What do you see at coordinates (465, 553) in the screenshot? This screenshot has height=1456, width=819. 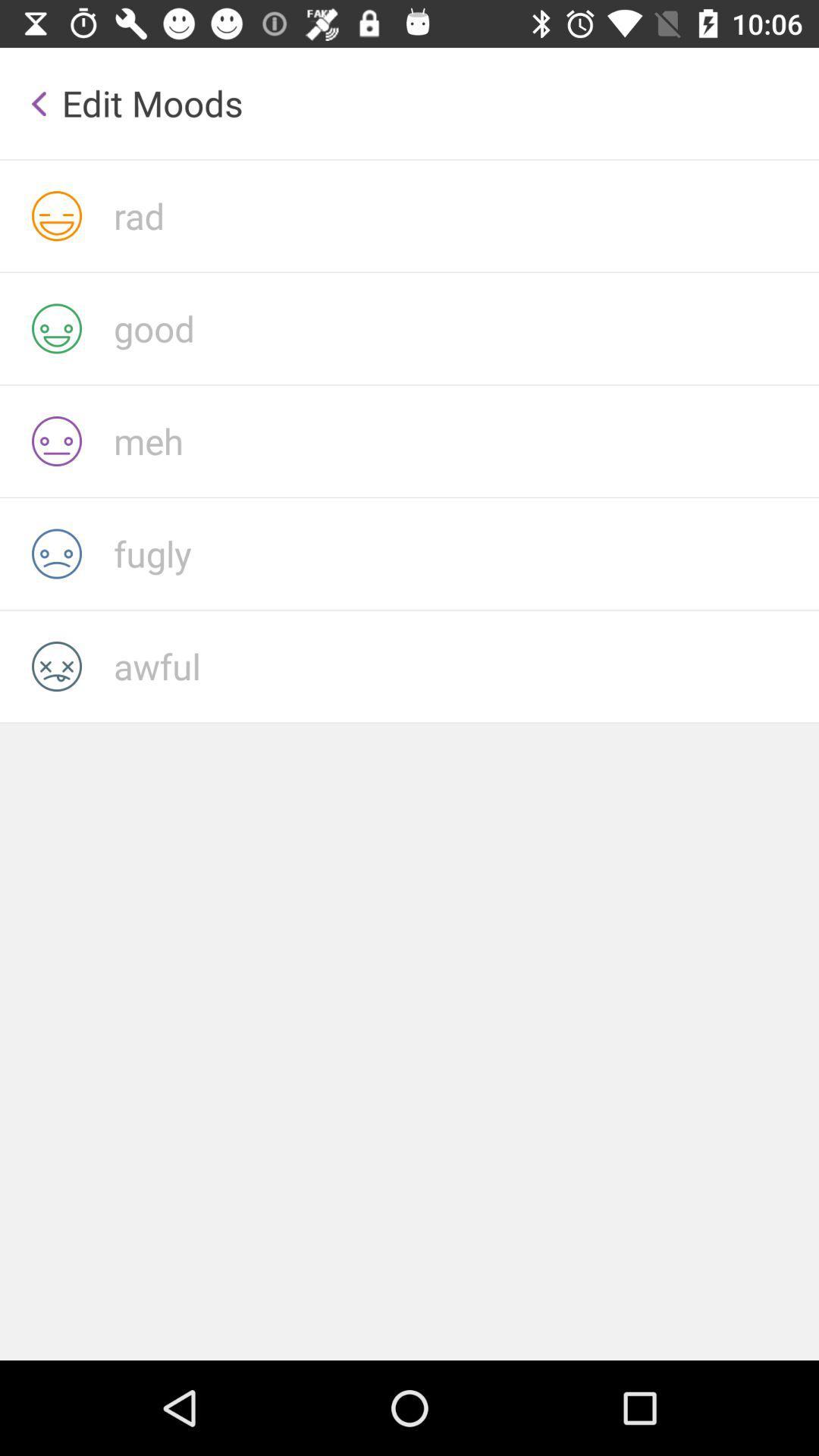 I see `fugly with current mood` at bounding box center [465, 553].